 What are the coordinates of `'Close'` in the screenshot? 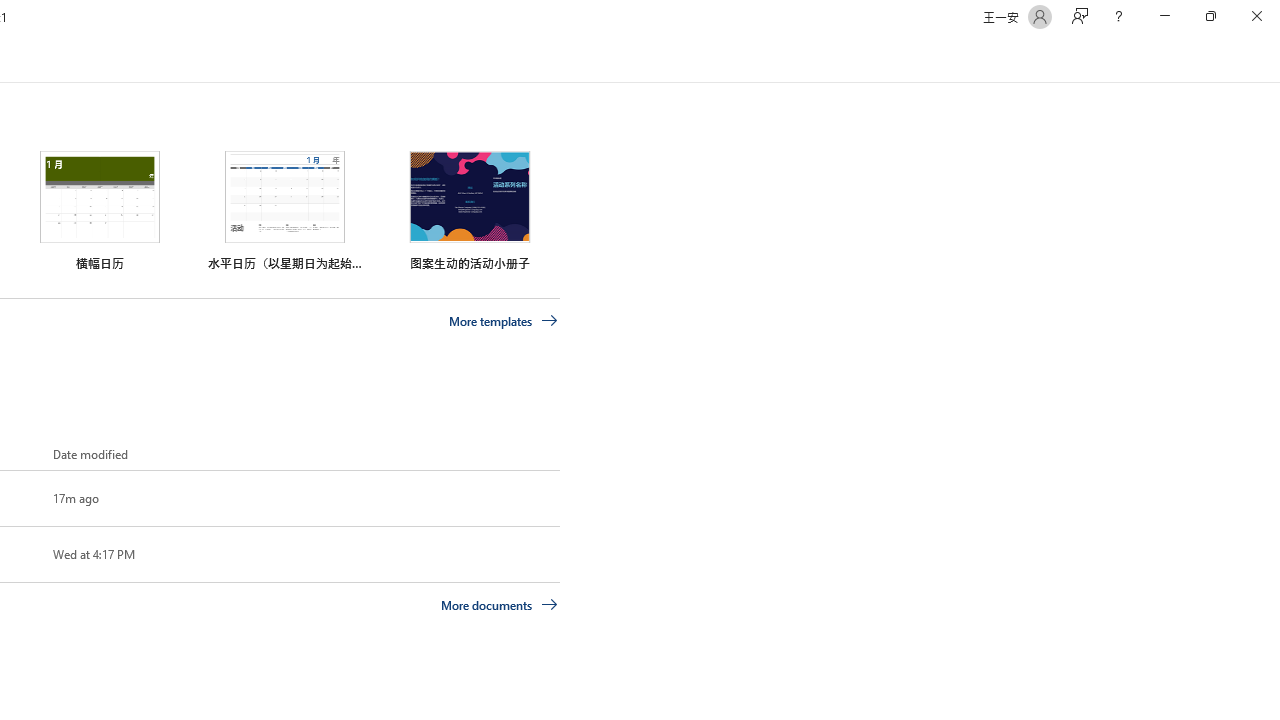 It's located at (1255, 16).